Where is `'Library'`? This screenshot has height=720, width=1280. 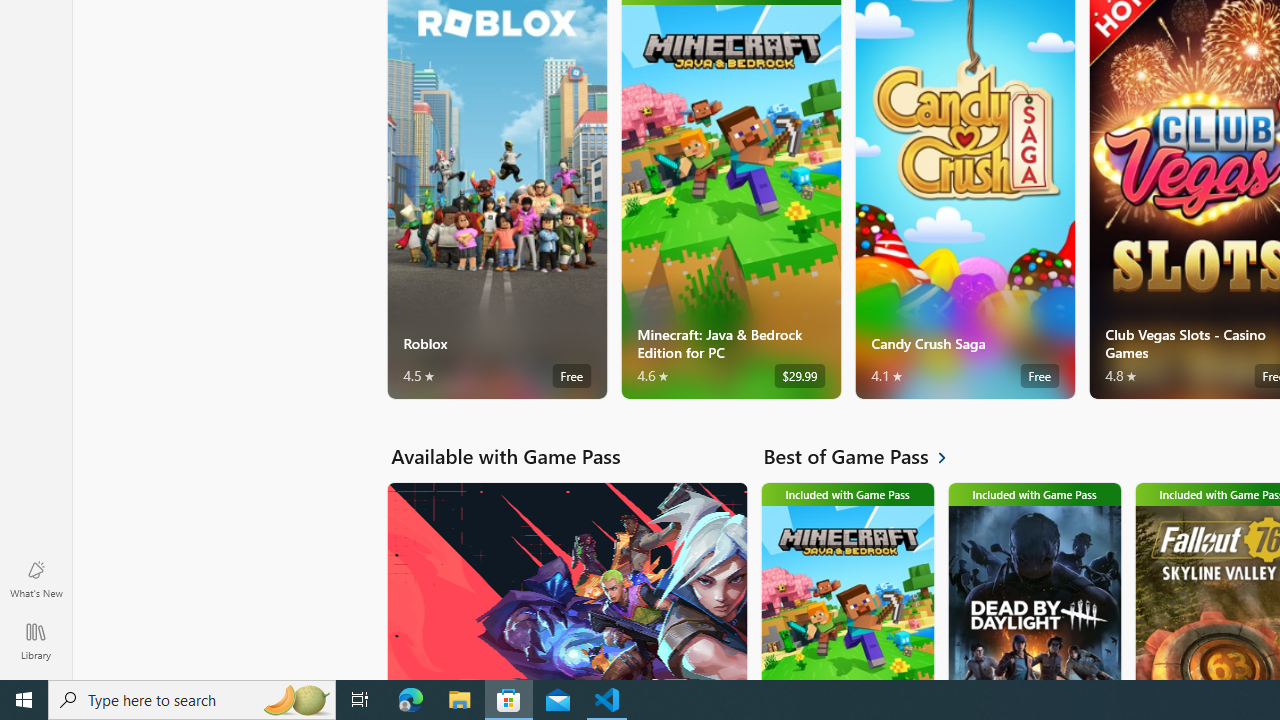
'Library' is located at coordinates (35, 640).